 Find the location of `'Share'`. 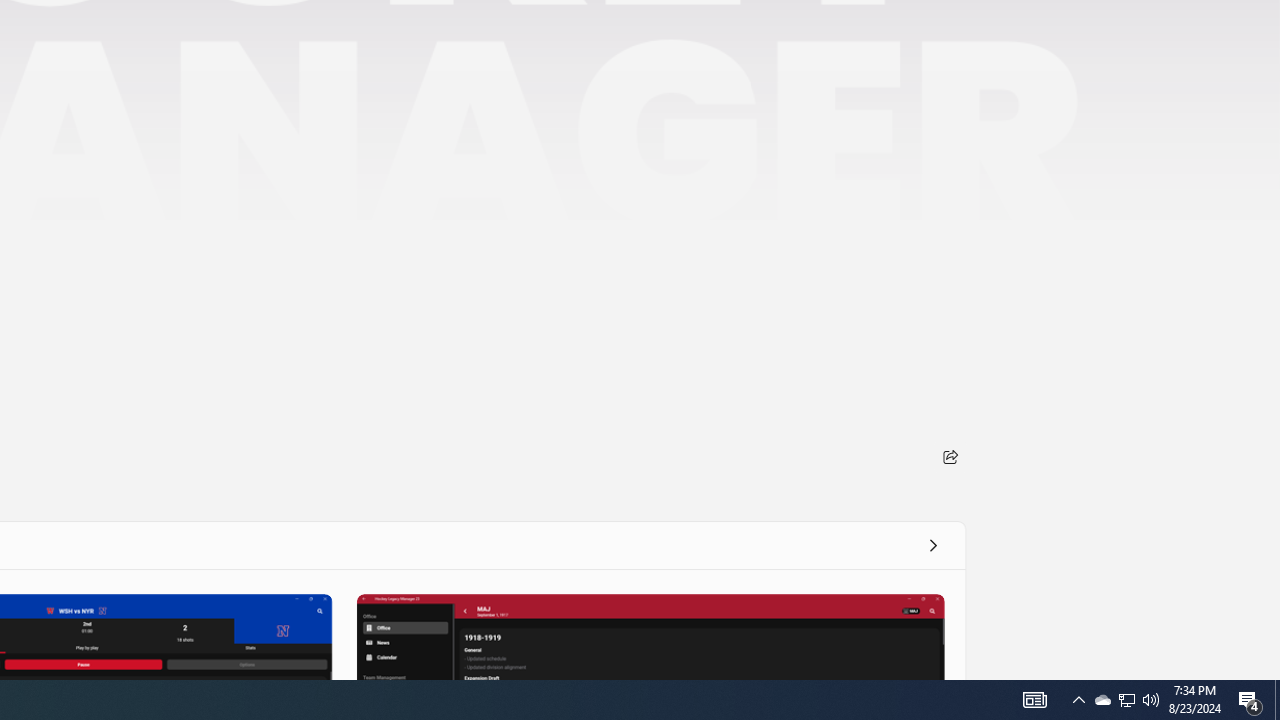

'Share' is located at coordinates (949, 456).